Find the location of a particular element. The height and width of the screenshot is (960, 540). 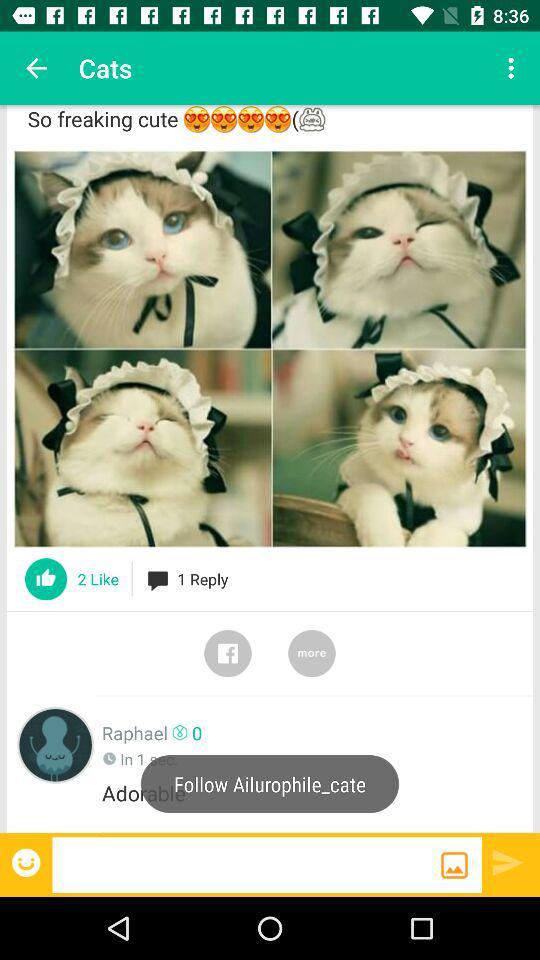

more pictures is located at coordinates (312, 652).